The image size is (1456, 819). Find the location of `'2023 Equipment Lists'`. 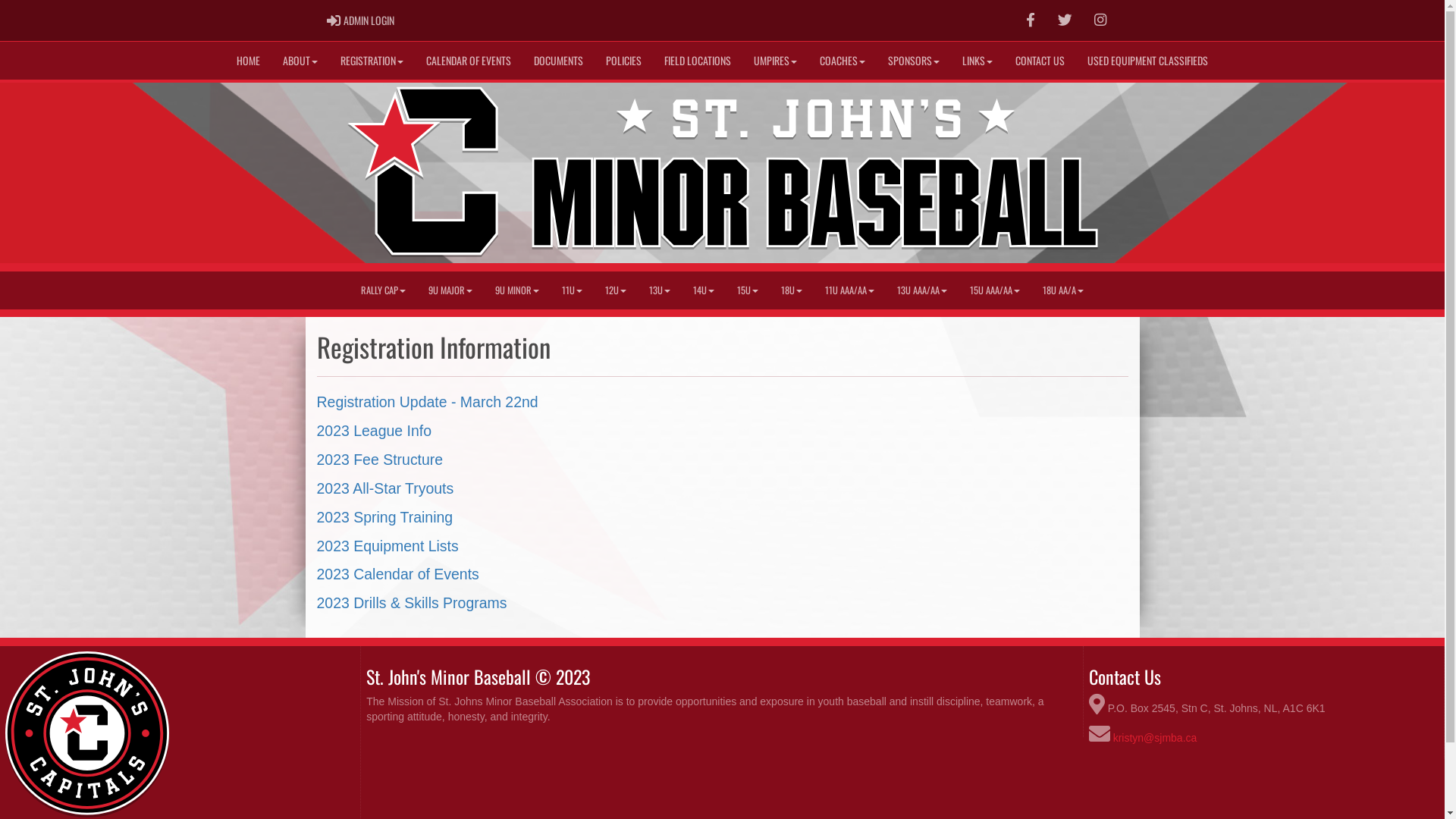

'2023 Equipment Lists' is located at coordinates (388, 546).